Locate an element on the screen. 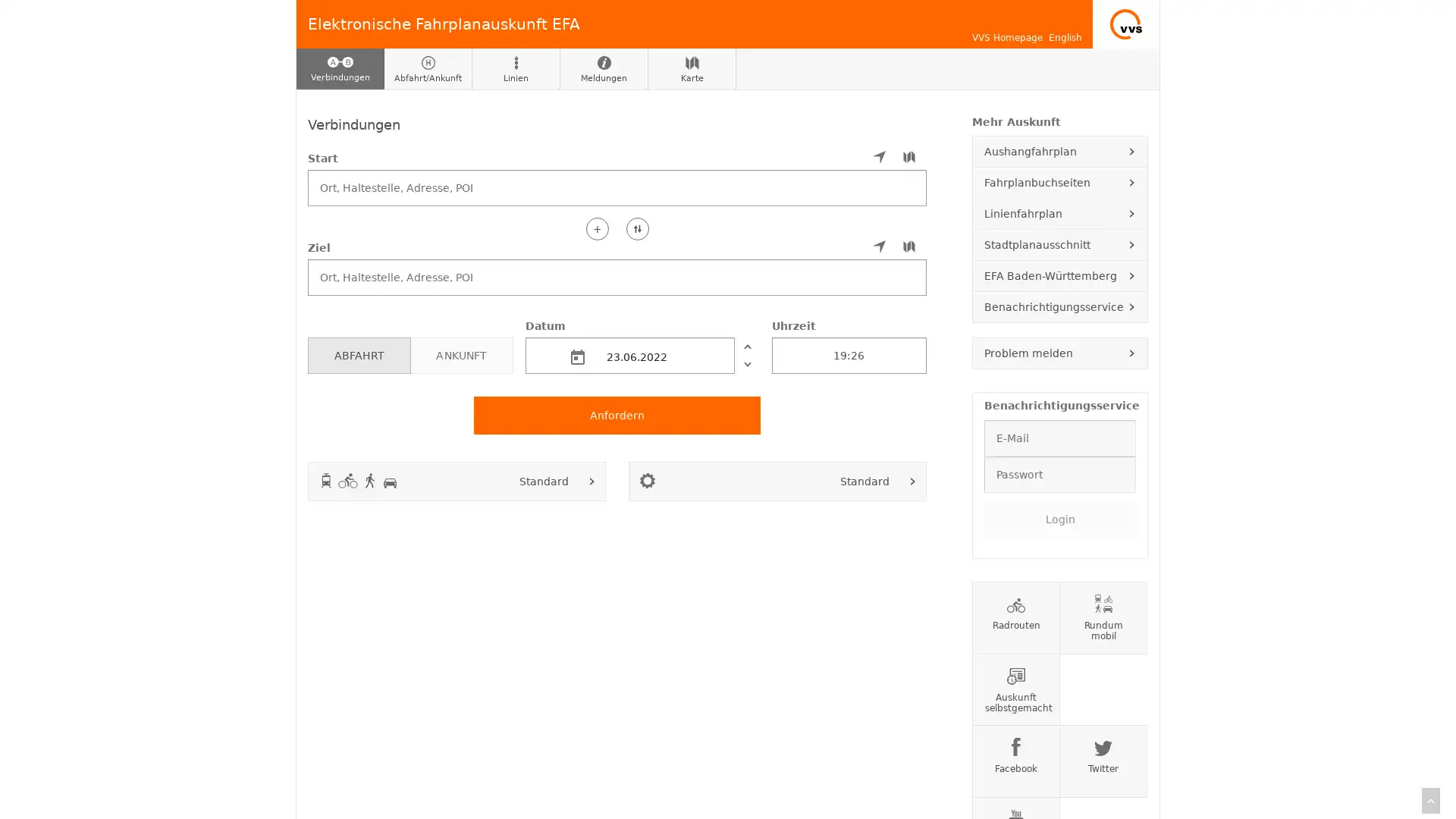 The image size is (1456, 819). 23.06.2022 is located at coordinates (629, 354).